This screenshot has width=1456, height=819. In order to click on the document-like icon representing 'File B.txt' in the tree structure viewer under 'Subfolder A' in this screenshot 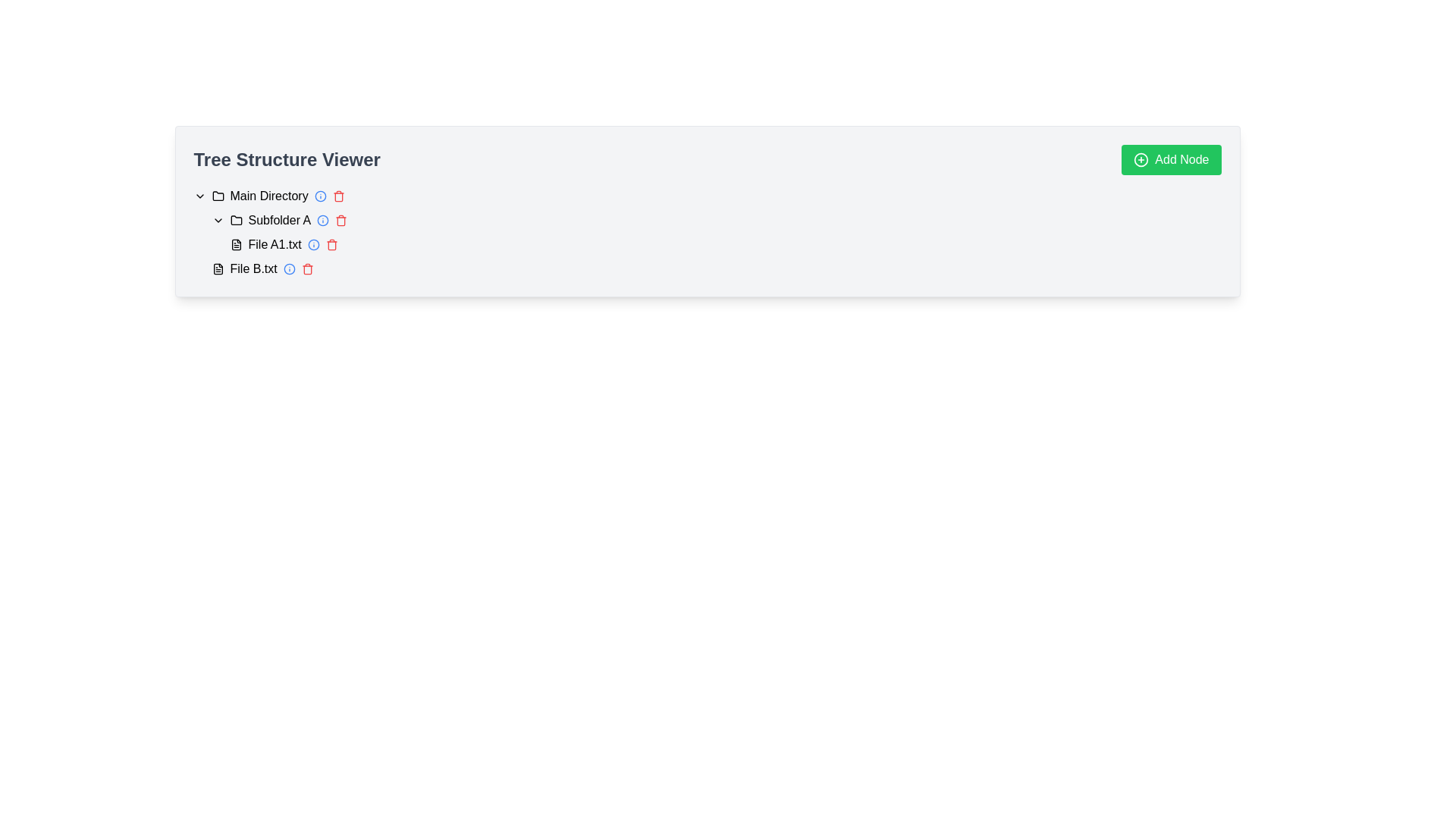, I will do `click(217, 268)`.